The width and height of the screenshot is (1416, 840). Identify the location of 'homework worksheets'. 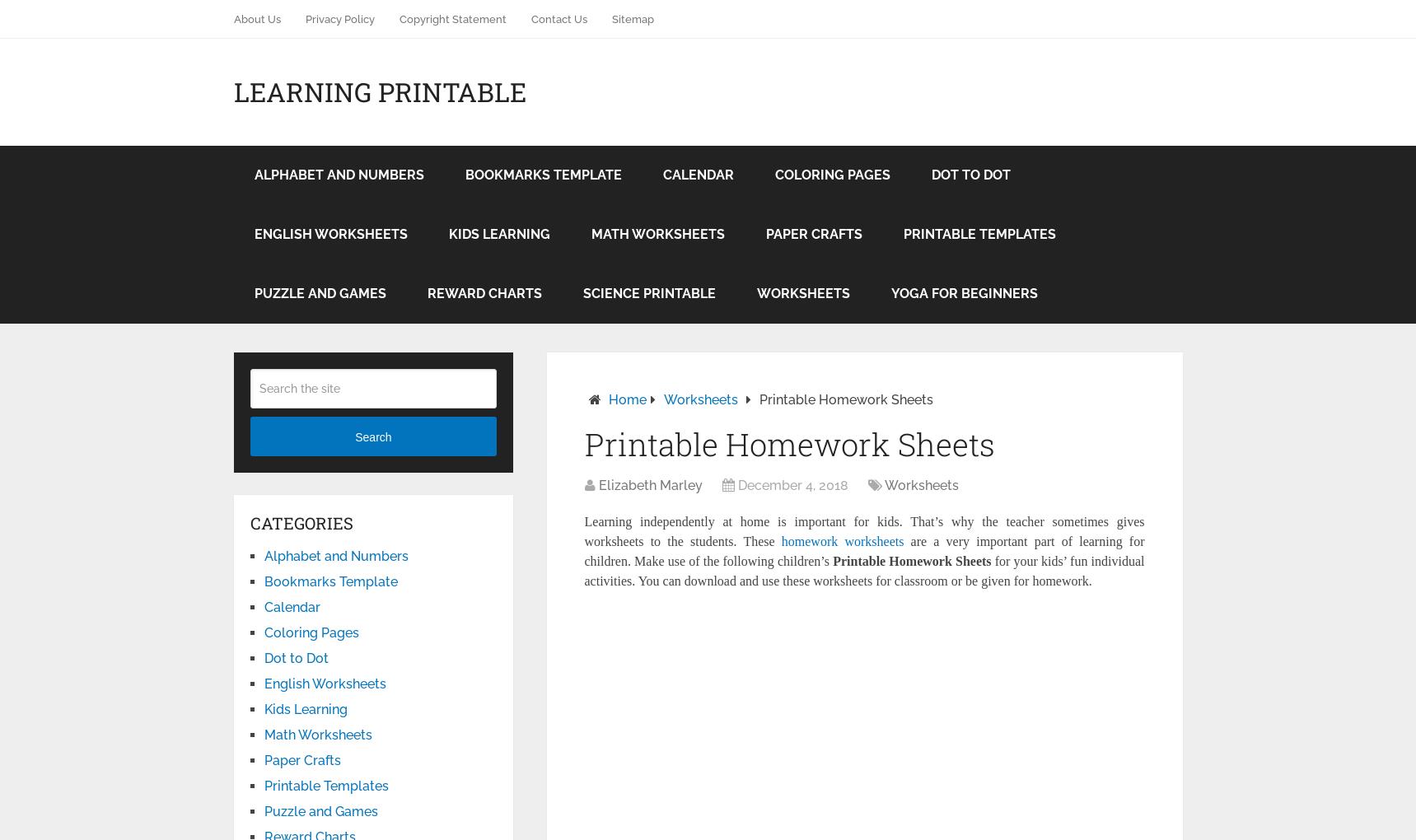
(842, 541).